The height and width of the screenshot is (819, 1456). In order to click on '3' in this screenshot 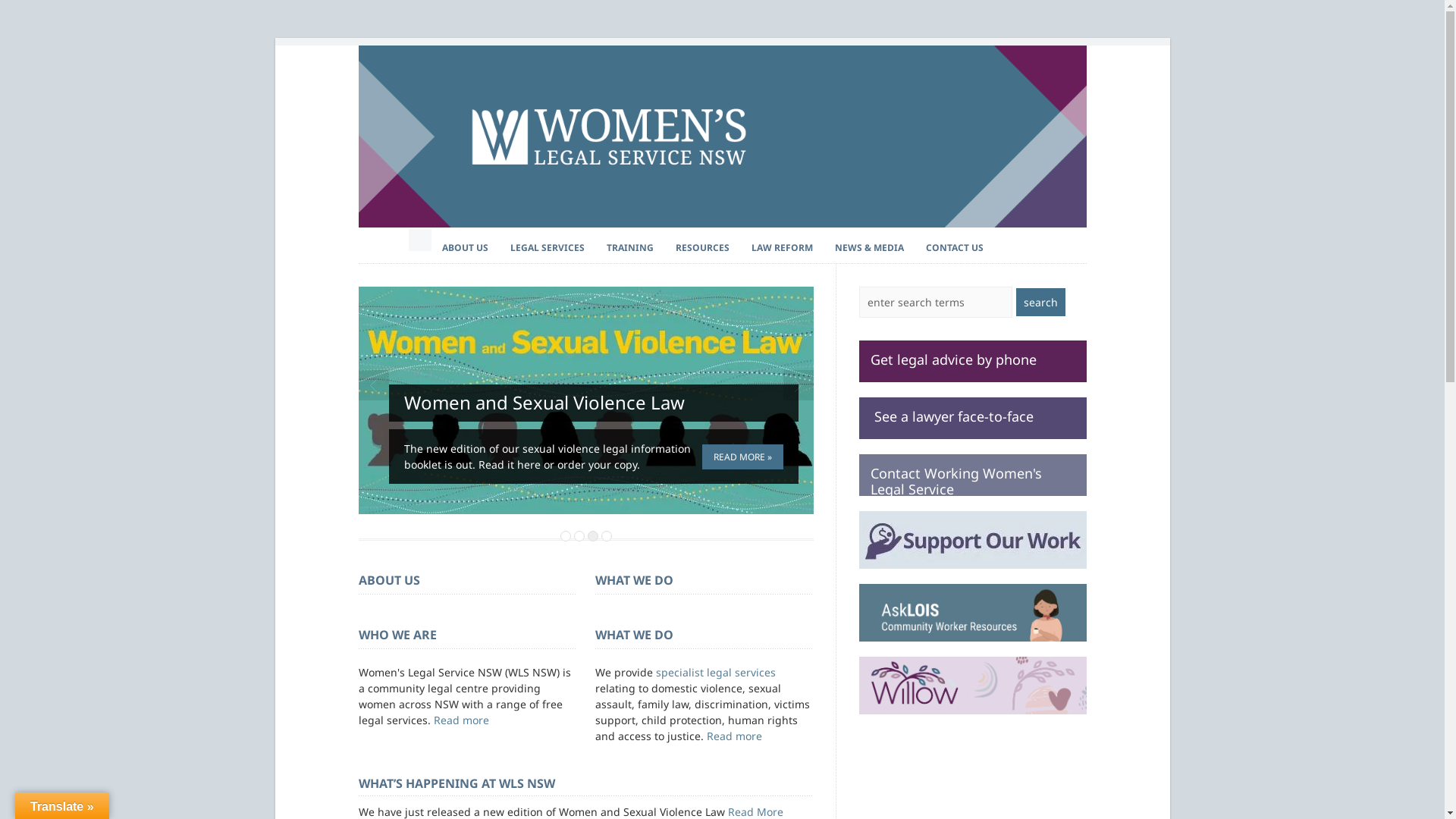, I will do `click(591, 535)`.